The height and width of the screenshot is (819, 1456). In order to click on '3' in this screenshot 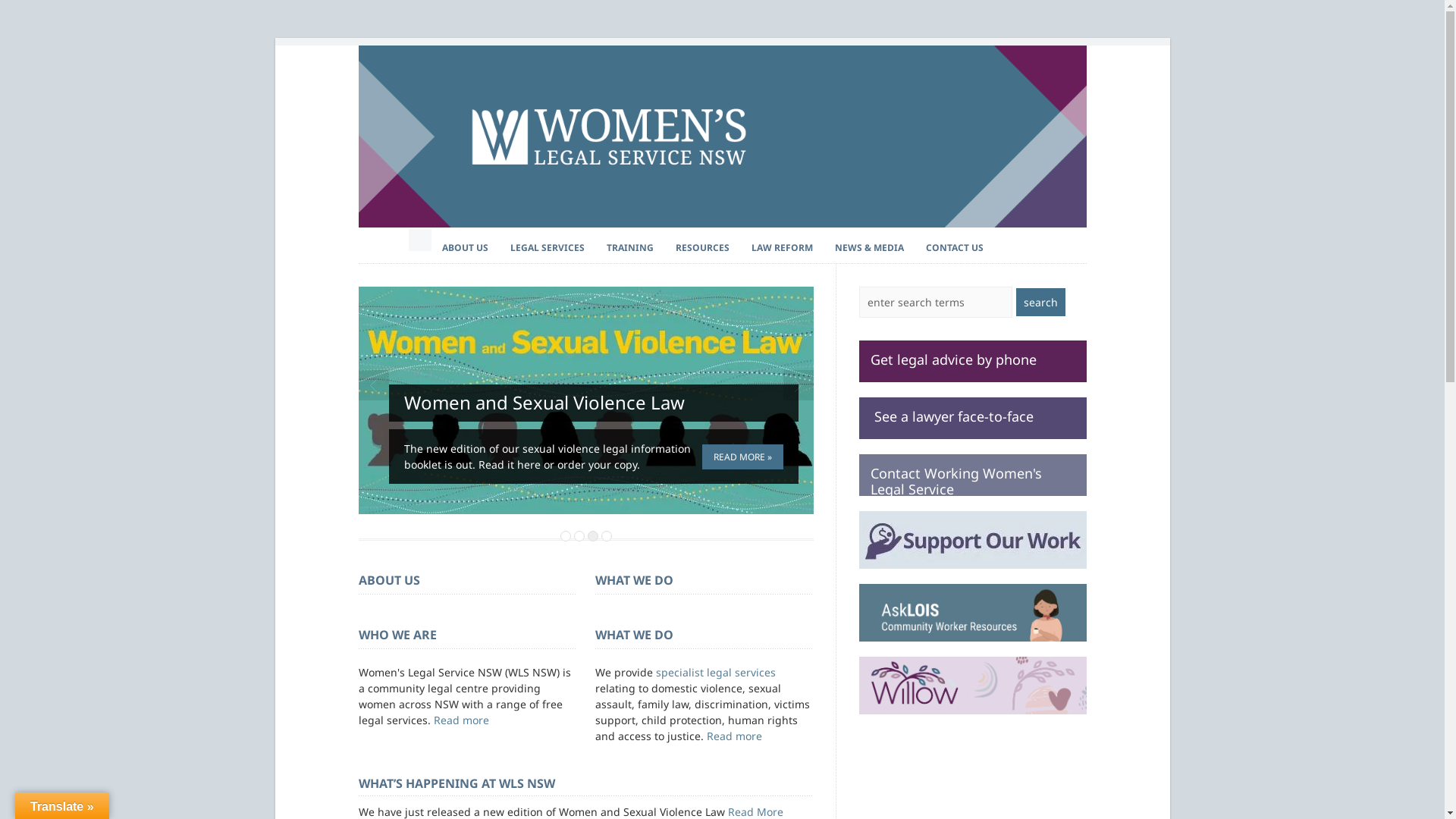, I will do `click(591, 535)`.